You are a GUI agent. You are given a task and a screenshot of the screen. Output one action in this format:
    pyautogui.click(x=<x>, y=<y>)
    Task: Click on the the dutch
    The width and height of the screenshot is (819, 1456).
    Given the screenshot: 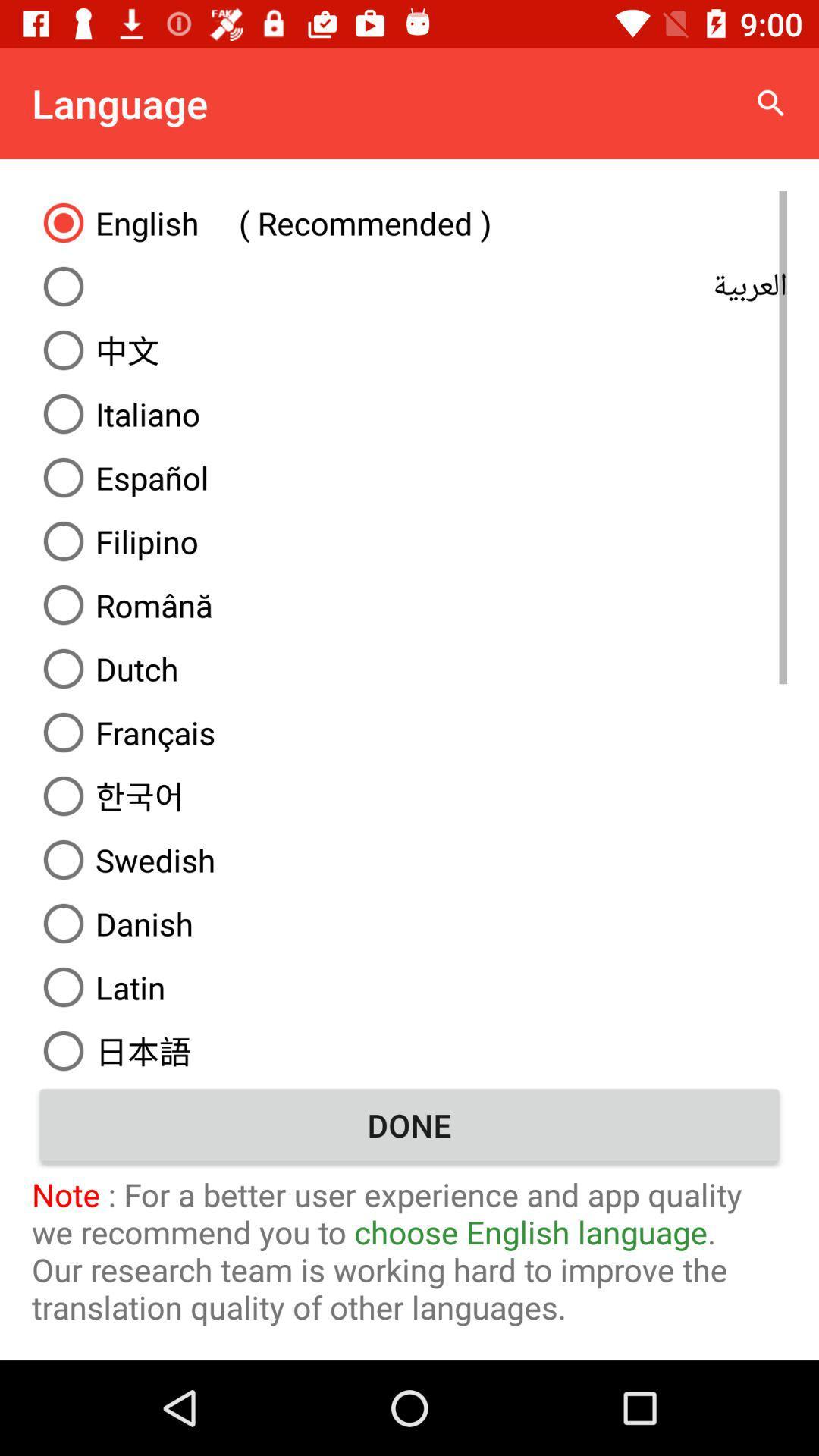 What is the action you would take?
    pyautogui.click(x=409, y=668)
    